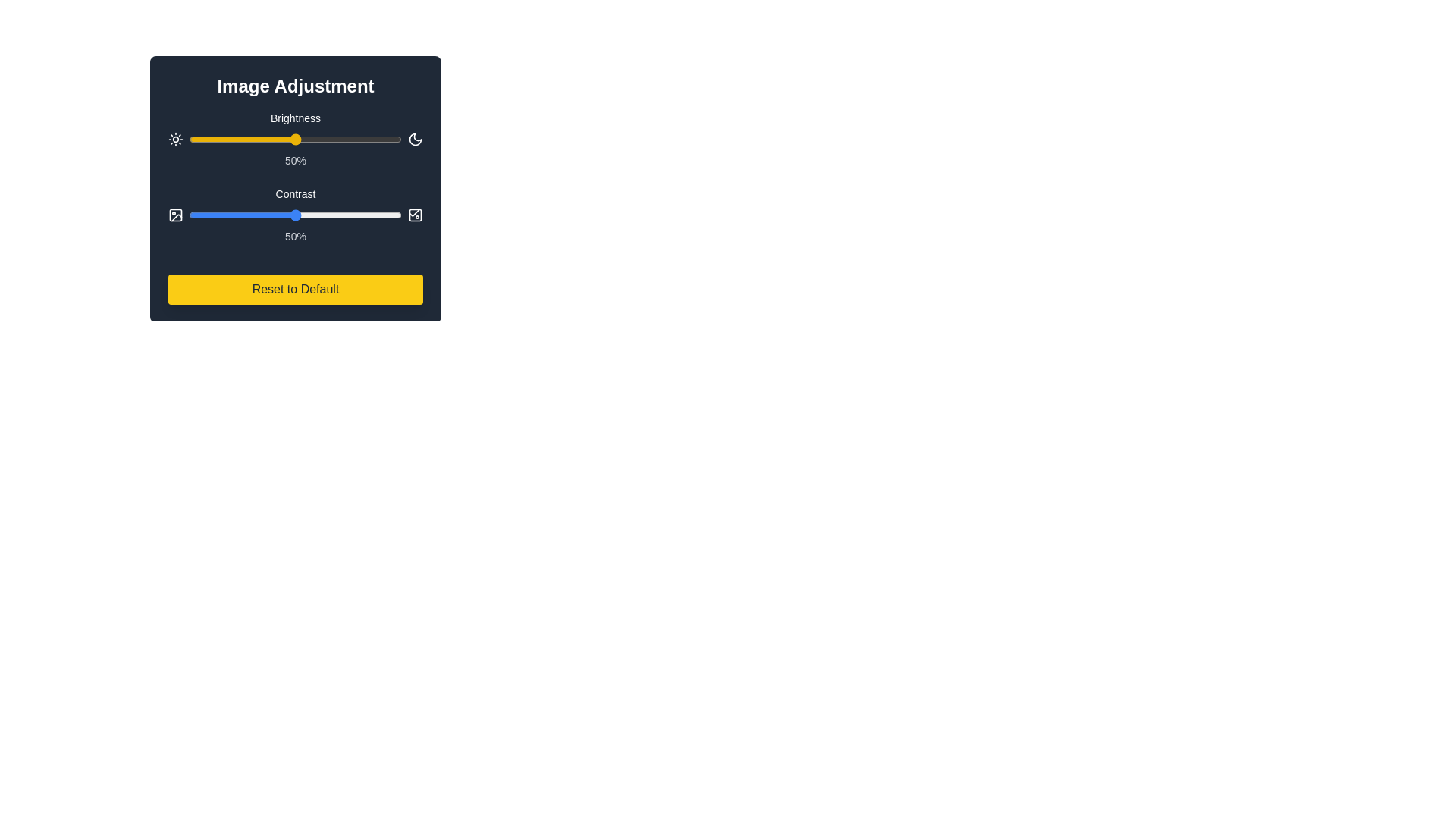 This screenshot has width=1456, height=819. What do you see at coordinates (201, 215) in the screenshot?
I see `the contrast level` at bounding box center [201, 215].